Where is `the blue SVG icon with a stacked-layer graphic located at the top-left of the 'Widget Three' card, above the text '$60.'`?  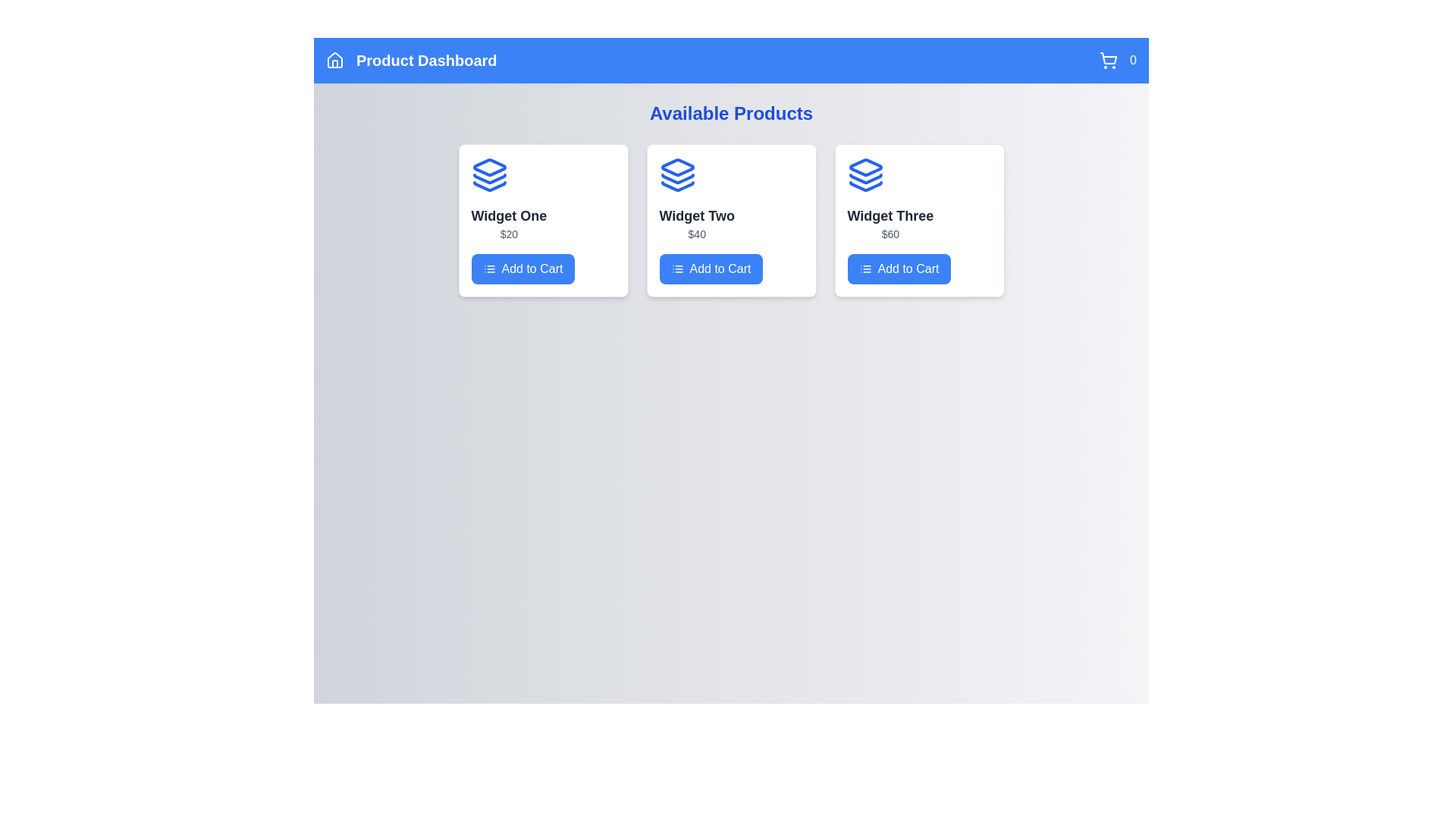
the blue SVG icon with a stacked-layer graphic located at the top-left of the 'Widget Three' card, above the text '$60.' is located at coordinates (865, 174).